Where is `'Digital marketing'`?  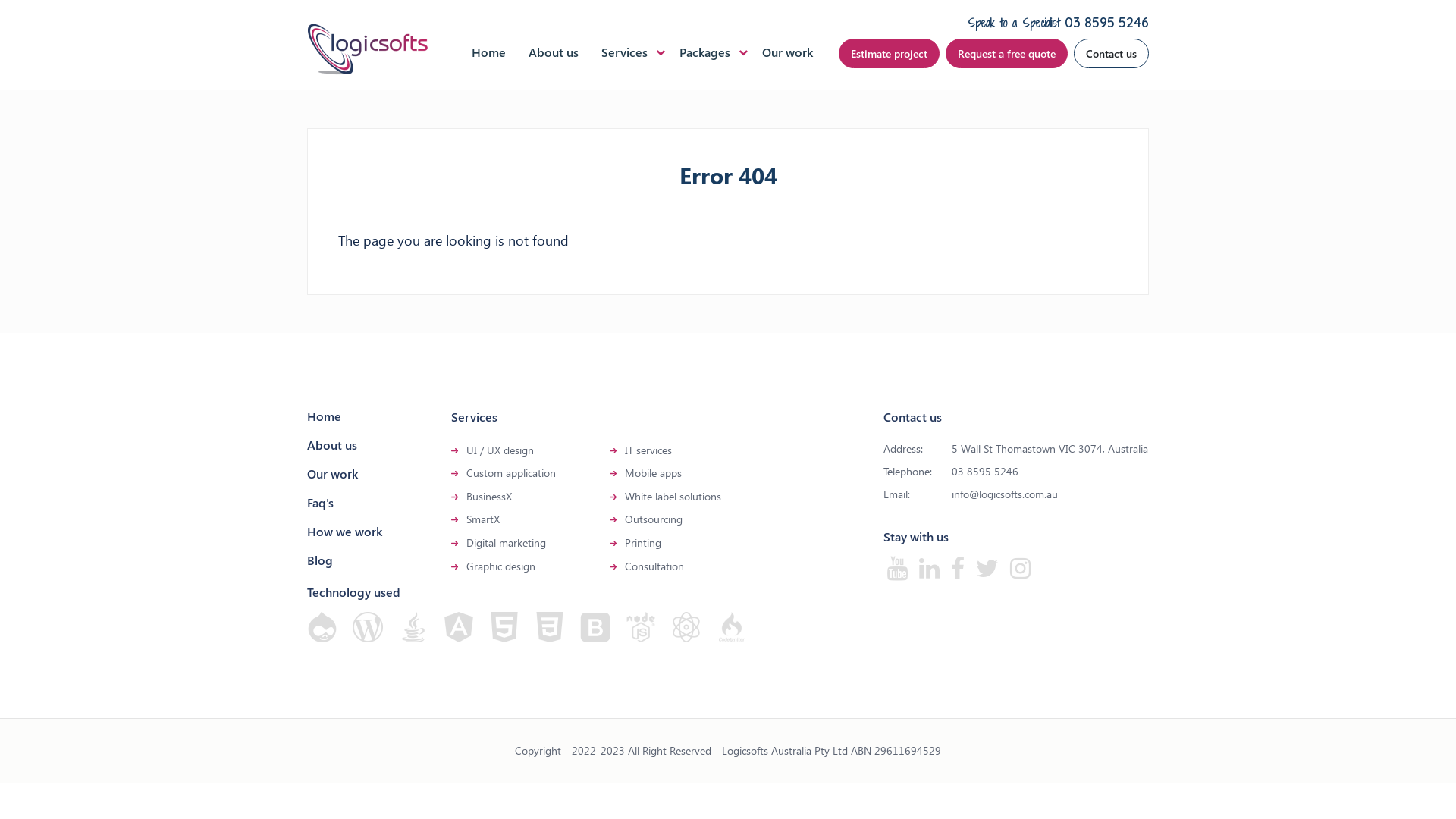
'Digital marketing' is located at coordinates (465, 541).